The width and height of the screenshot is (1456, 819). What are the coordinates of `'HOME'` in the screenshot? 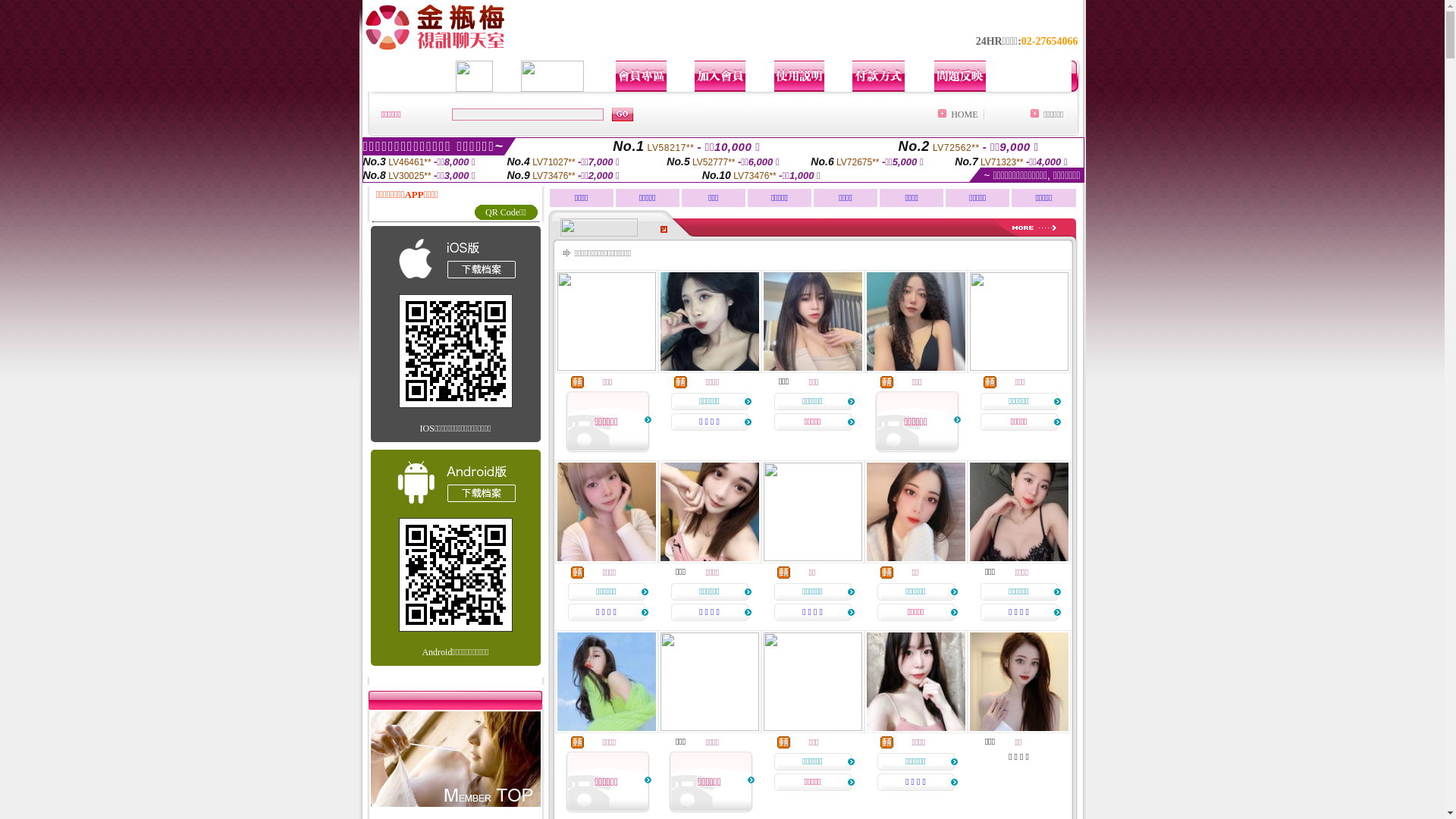 It's located at (963, 113).